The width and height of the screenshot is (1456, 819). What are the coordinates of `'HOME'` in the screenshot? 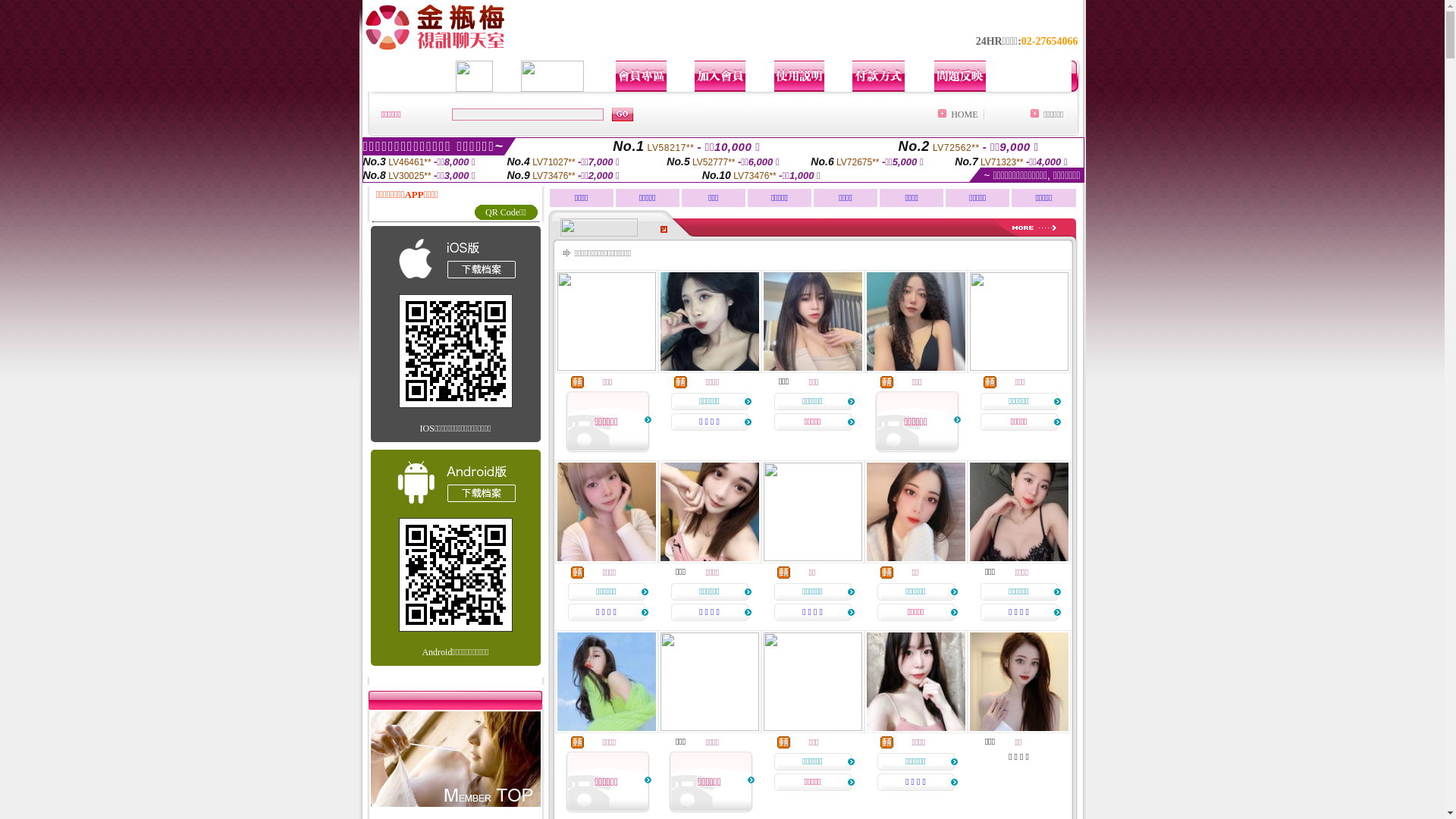 It's located at (963, 113).